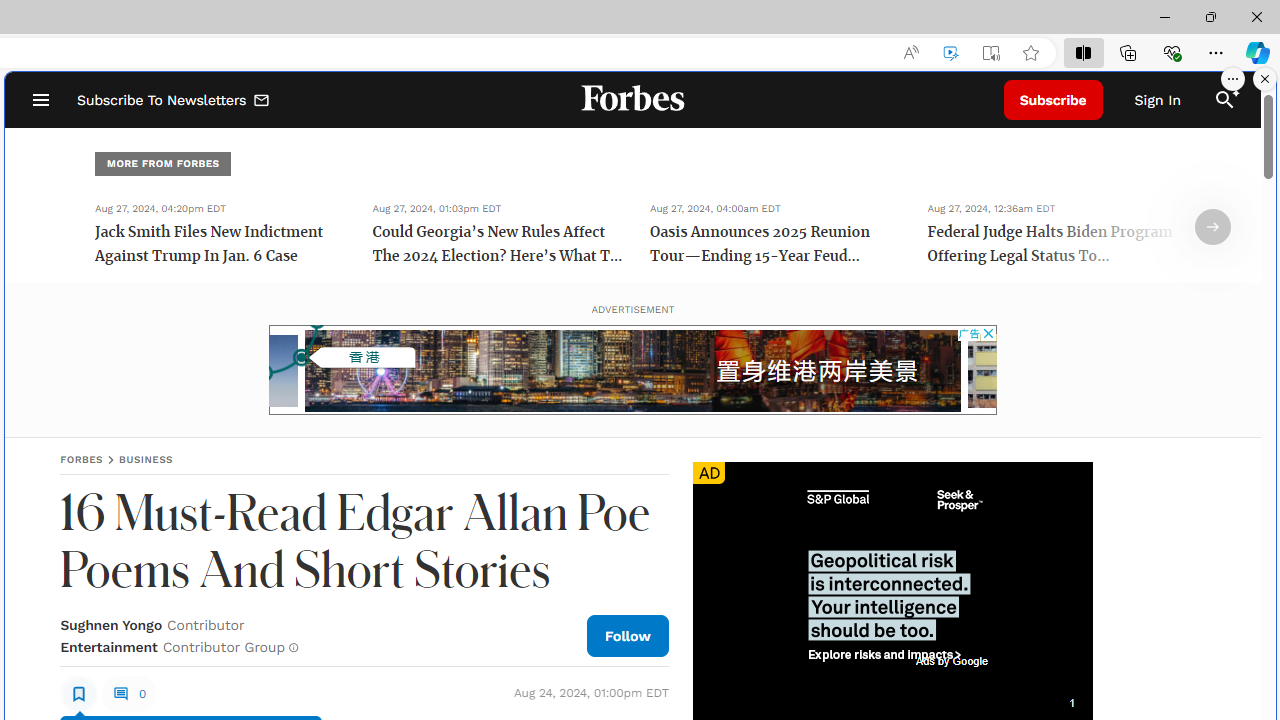  I want to click on 'Class: envelope_svg__fs-icon envelope_svg__fs-icon--envelope', so click(261, 102).